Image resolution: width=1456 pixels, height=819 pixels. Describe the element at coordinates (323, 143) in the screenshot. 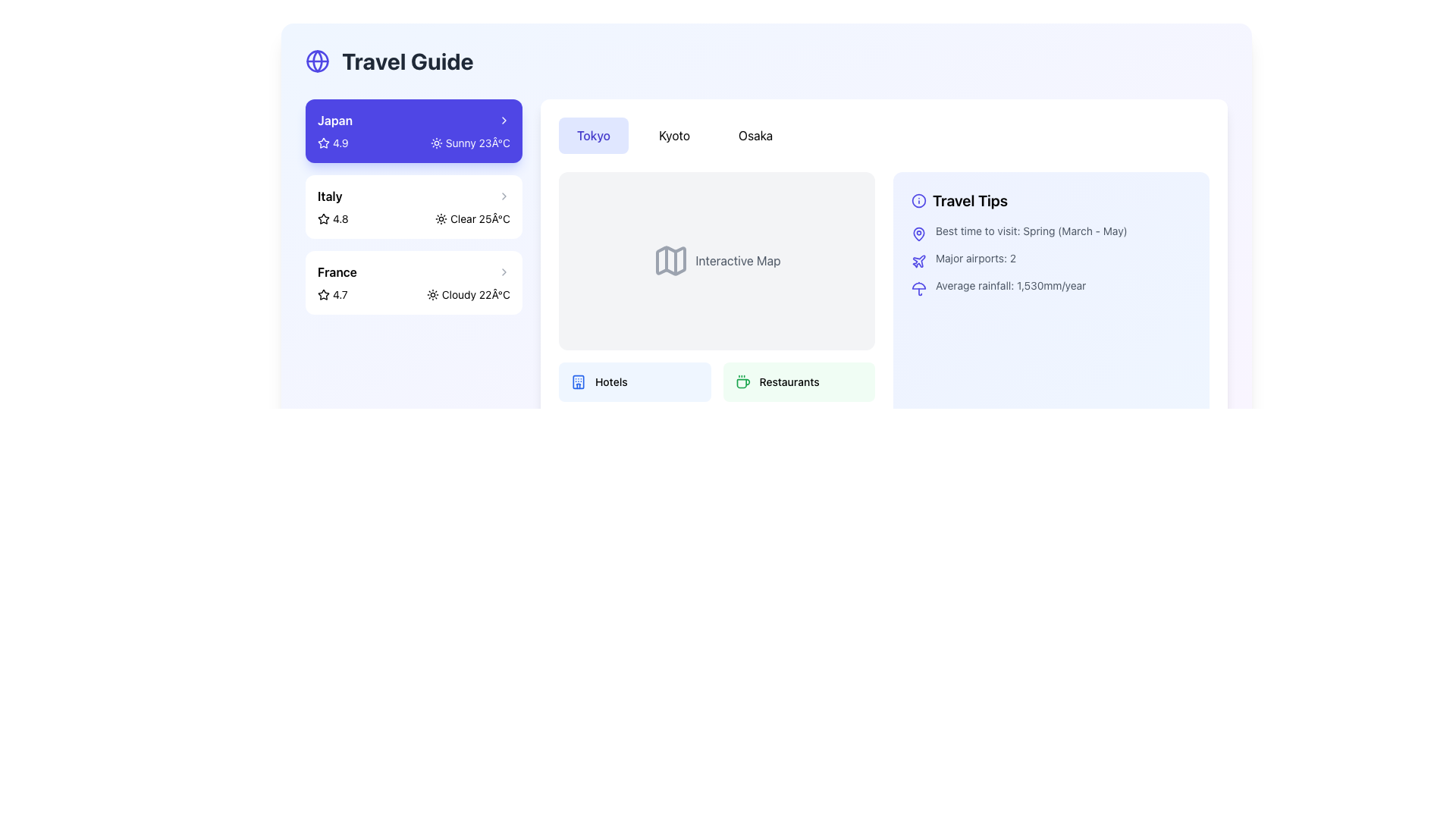

I see `the star icon in the Japan section that indicates a rating of 4.9` at that location.